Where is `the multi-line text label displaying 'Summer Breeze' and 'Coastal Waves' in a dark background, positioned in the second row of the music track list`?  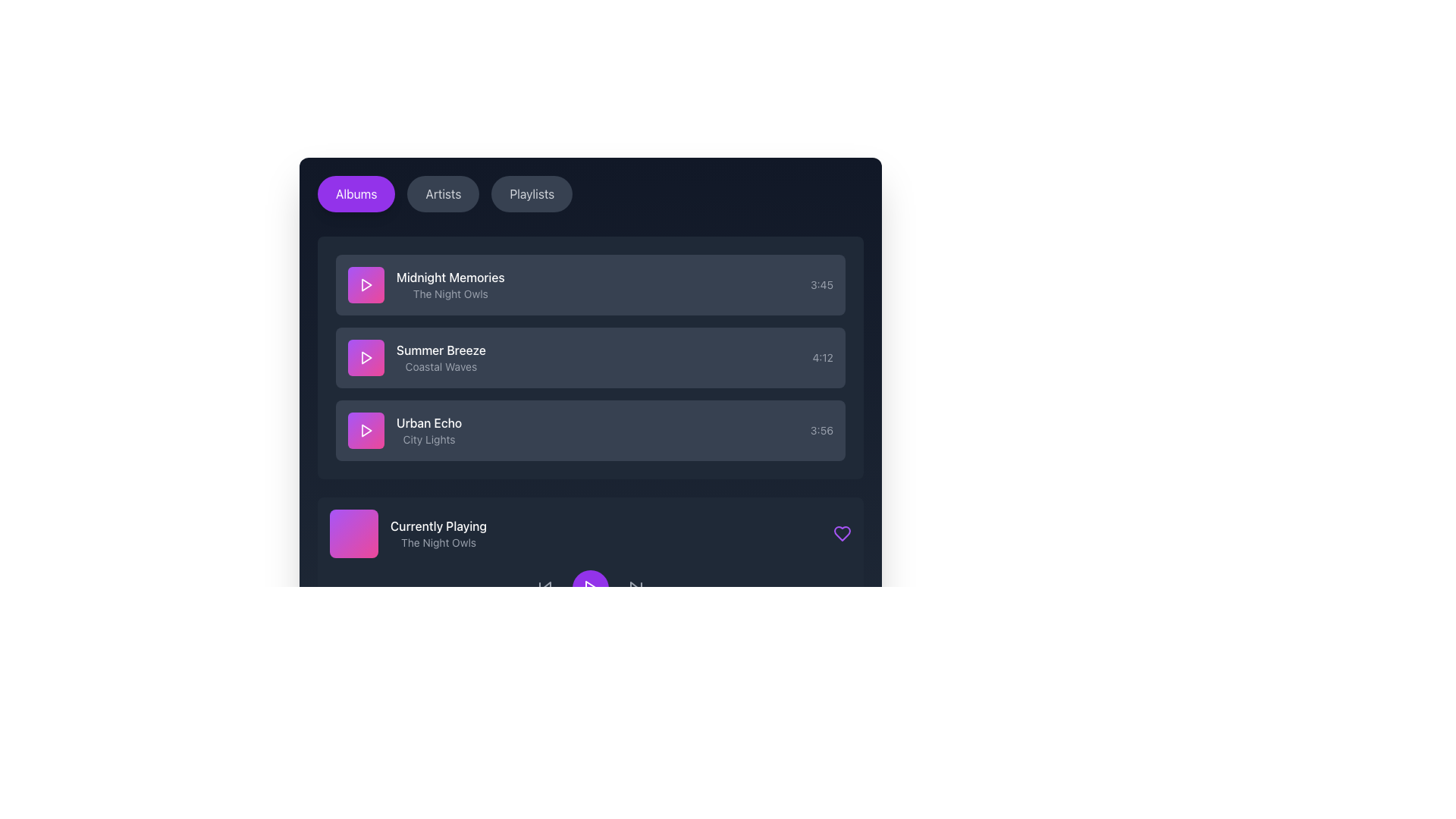 the multi-line text label displaying 'Summer Breeze' and 'Coastal Waves' in a dark background, positioned in the second row of the music track list is located at coordinates (440, 357).